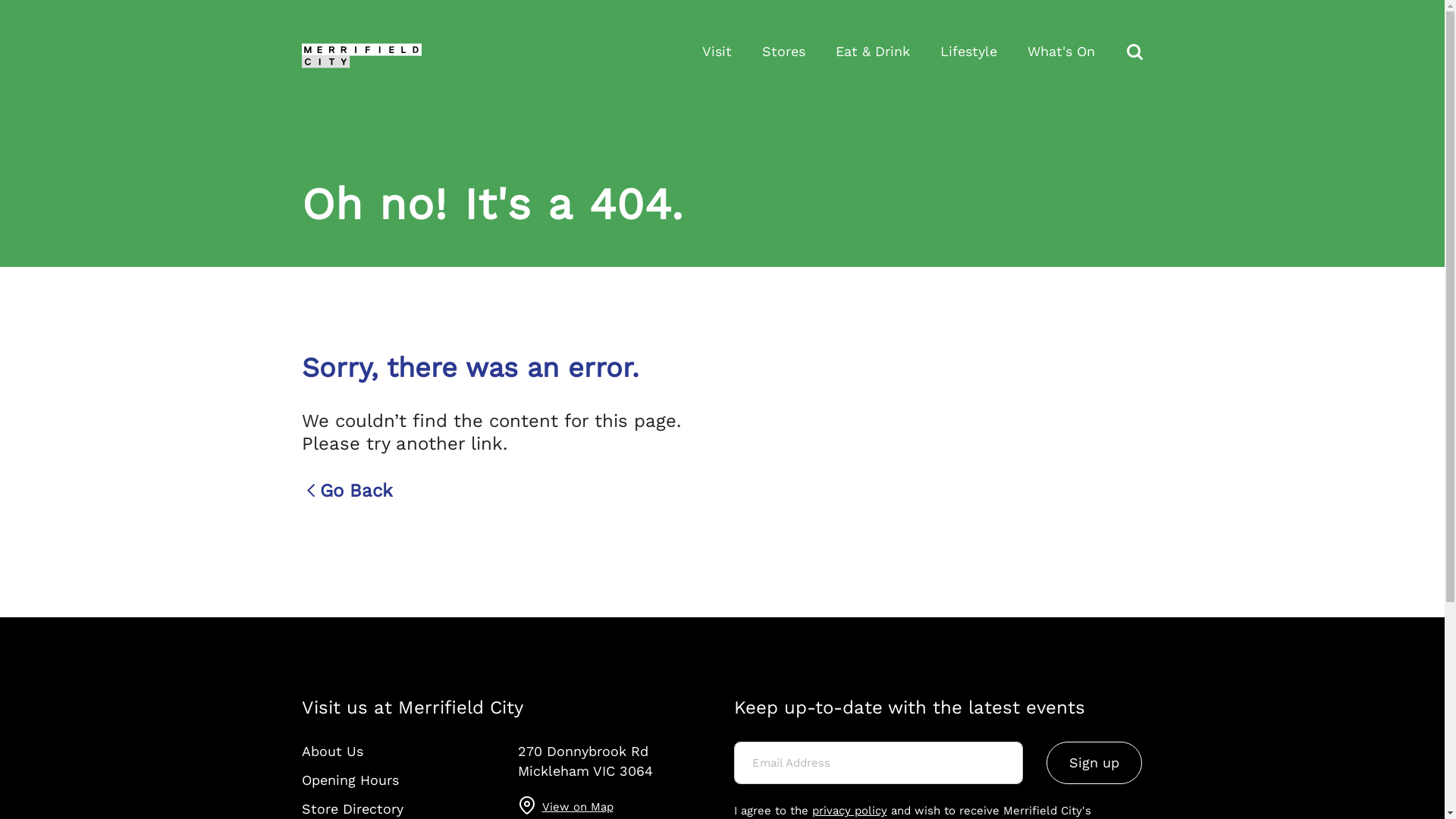  I want to click on 'Lifestyle', so click(968, 51).